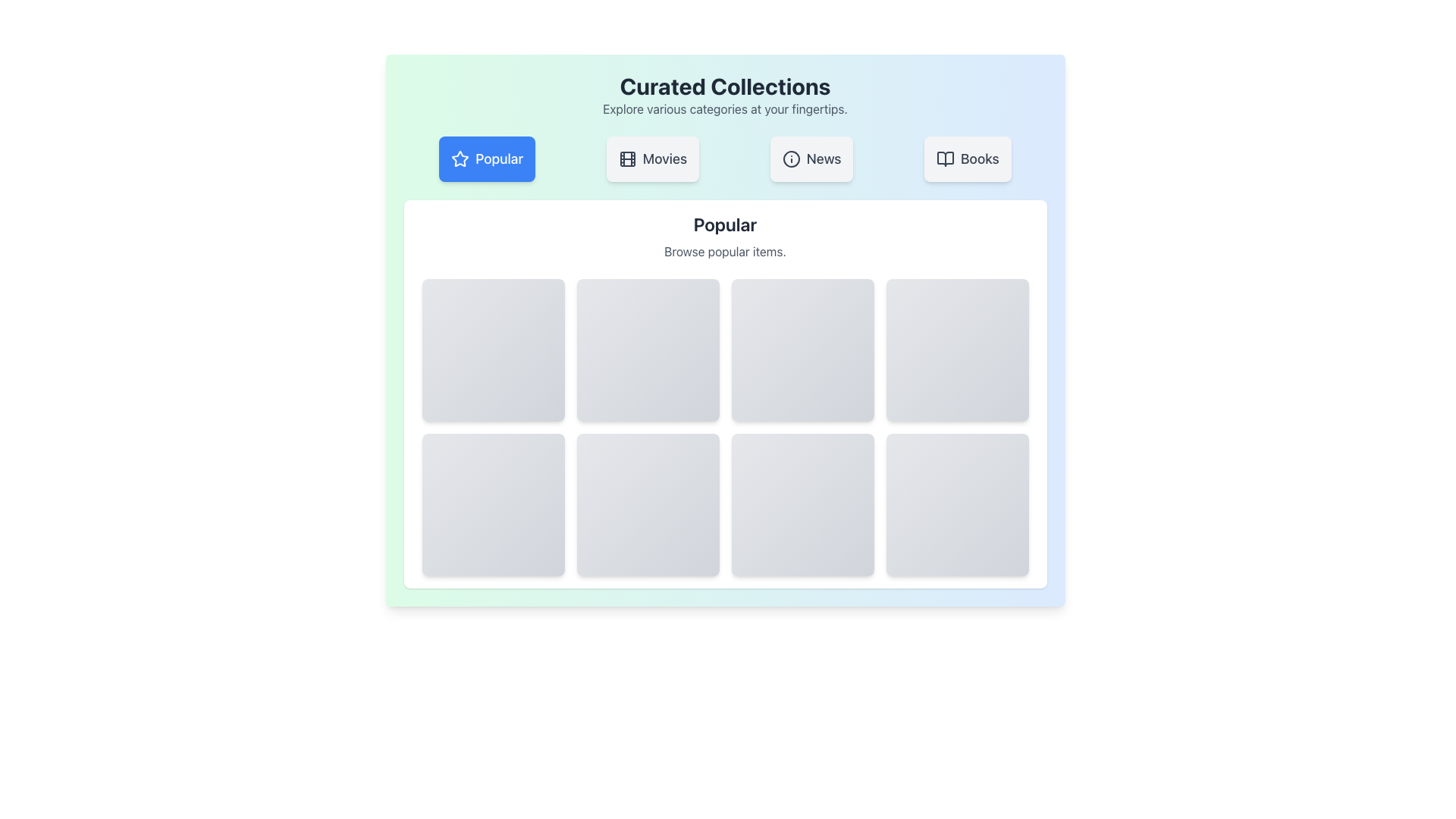 This screenshot has width=1456, height=819. Describe the element at coordinates (956, 505) in the screenshot. I see `the Decorative Tile located in the bottom-right corner of the grid layout, which is in the fourth column of the second row` at that location.